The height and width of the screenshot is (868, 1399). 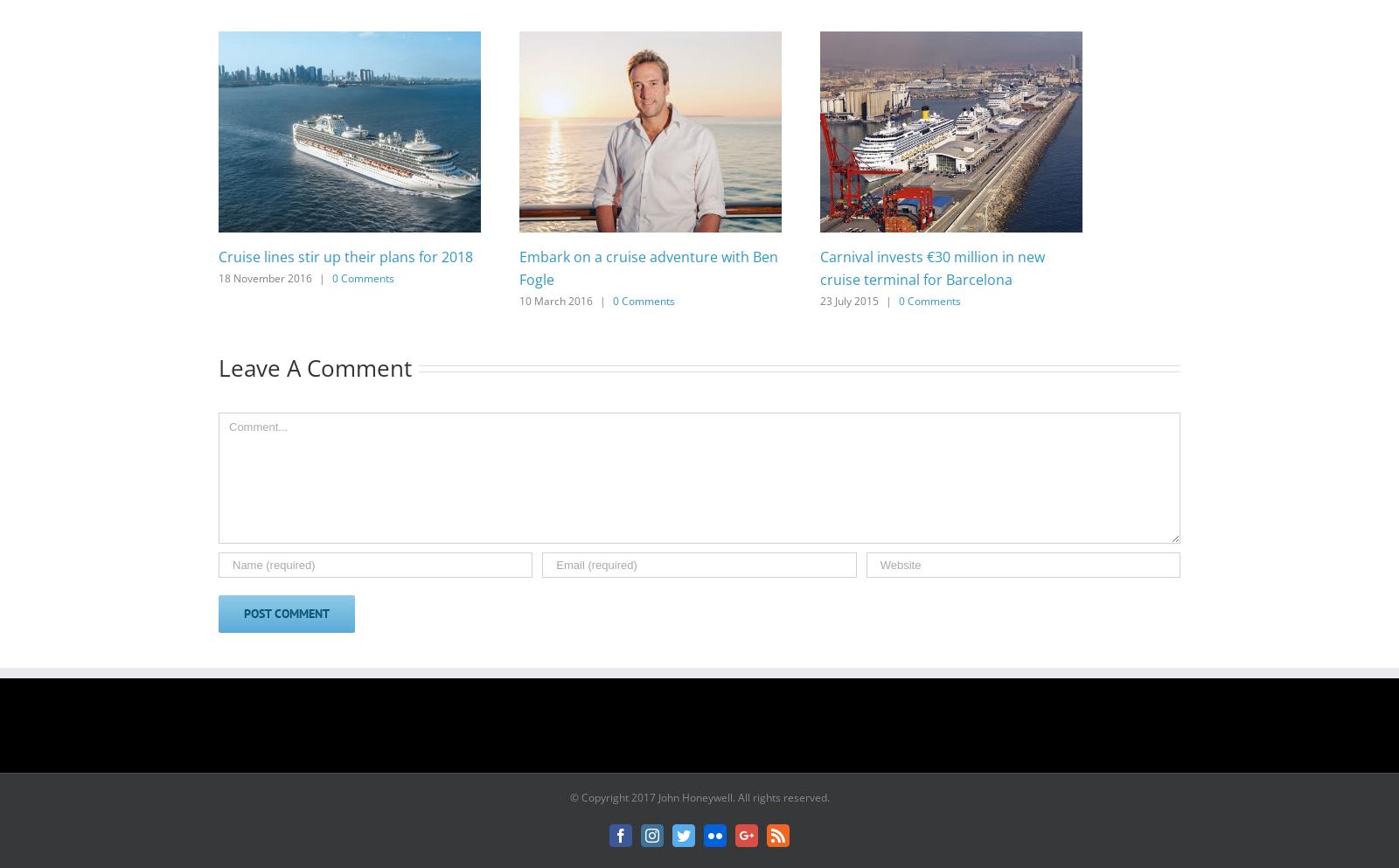 What do you see at coordinates (699, 797) in the screenshot?
I see `'© Copyright 2017 John Honeywell. All rights reserved.'` at bounding box center [699, 797].